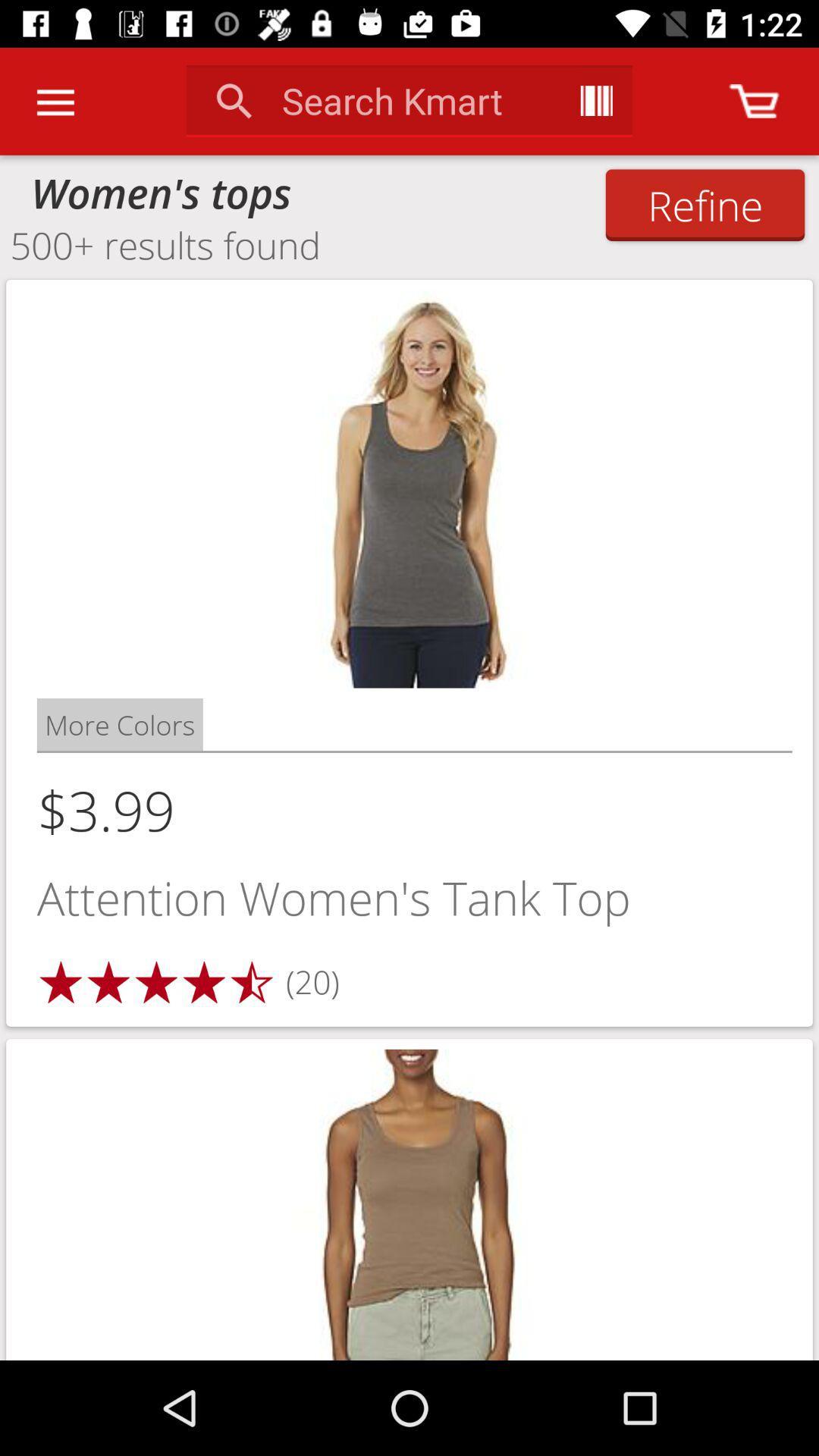  What do you see at coordinates (704, 204) in the screenshot?
I see `the refine icon` at bounding box center [704, 204].